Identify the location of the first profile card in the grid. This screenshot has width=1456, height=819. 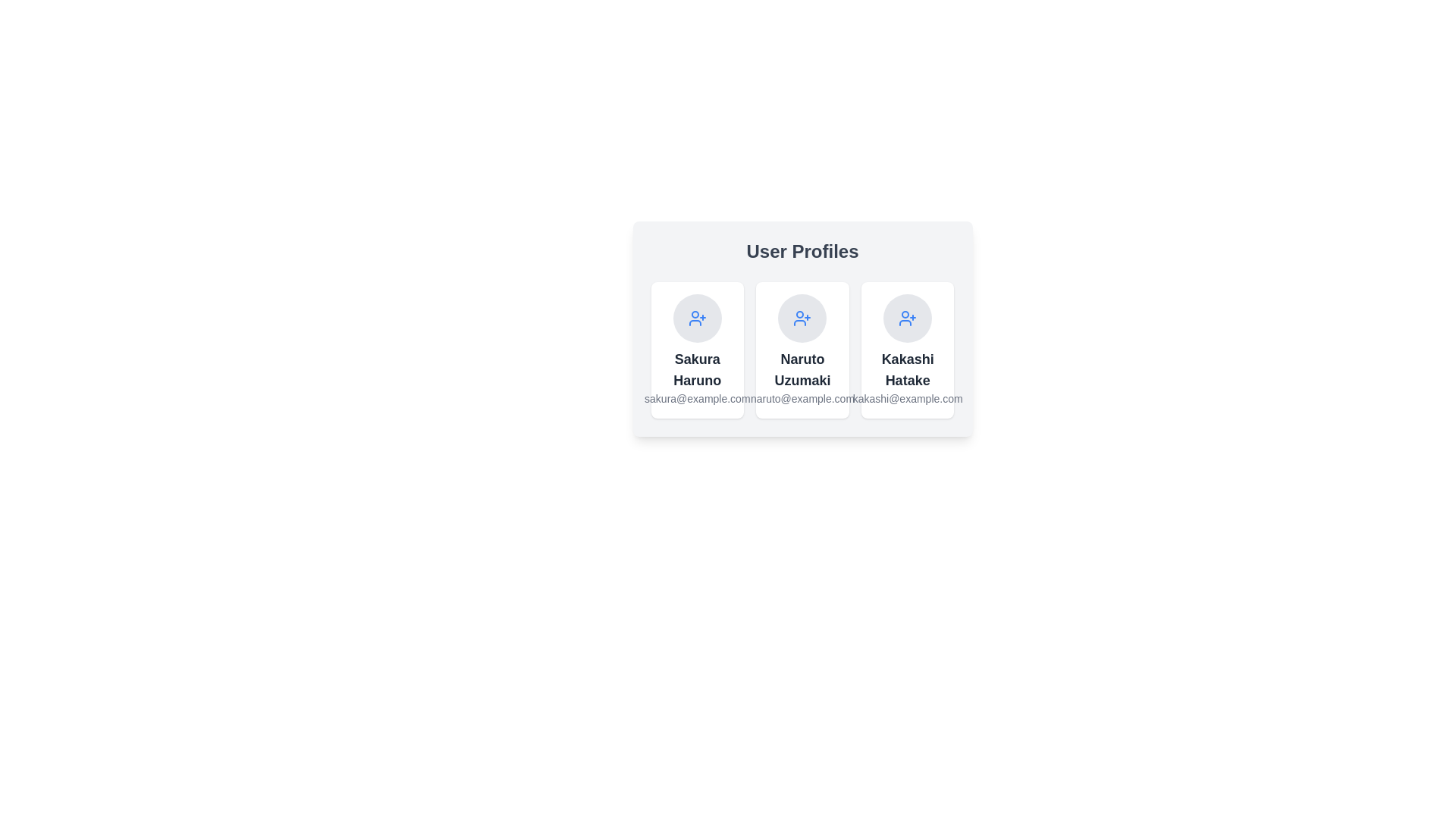
(696, 350).